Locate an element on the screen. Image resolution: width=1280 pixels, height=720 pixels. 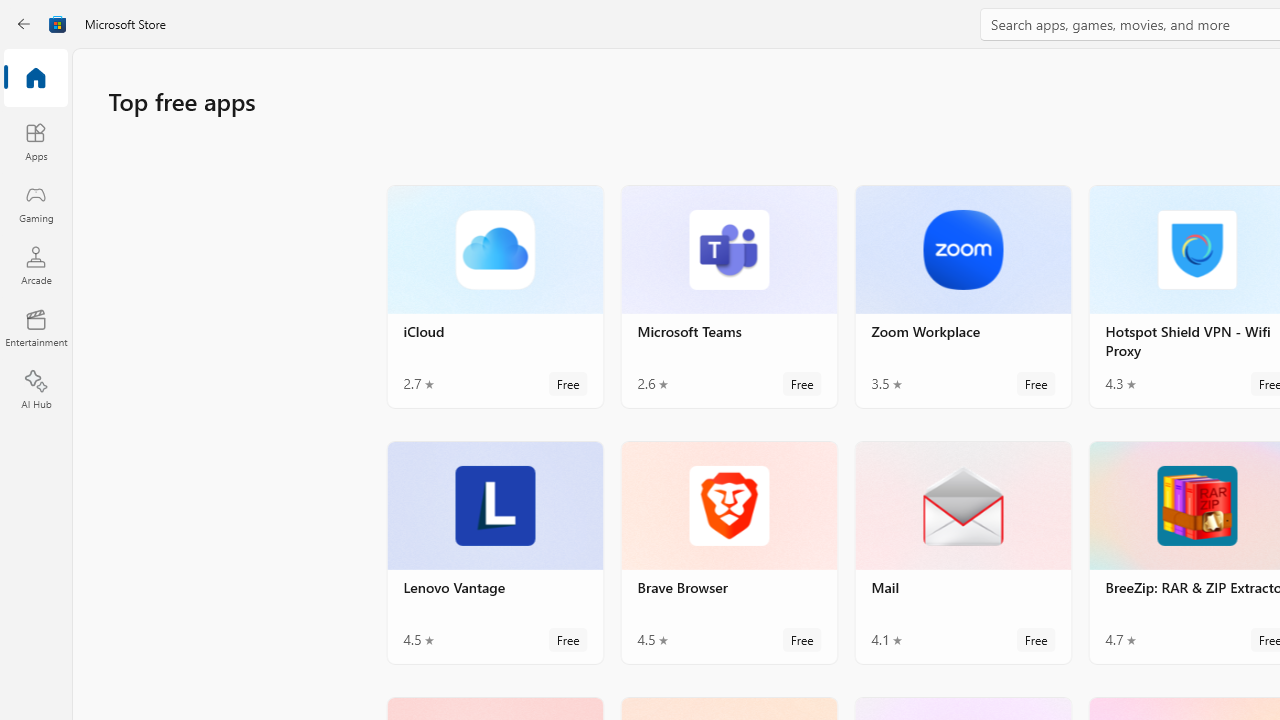
'Mail. Average rating of 4.1 out of five stars. Free  ' is located at coordinates (963, 551).